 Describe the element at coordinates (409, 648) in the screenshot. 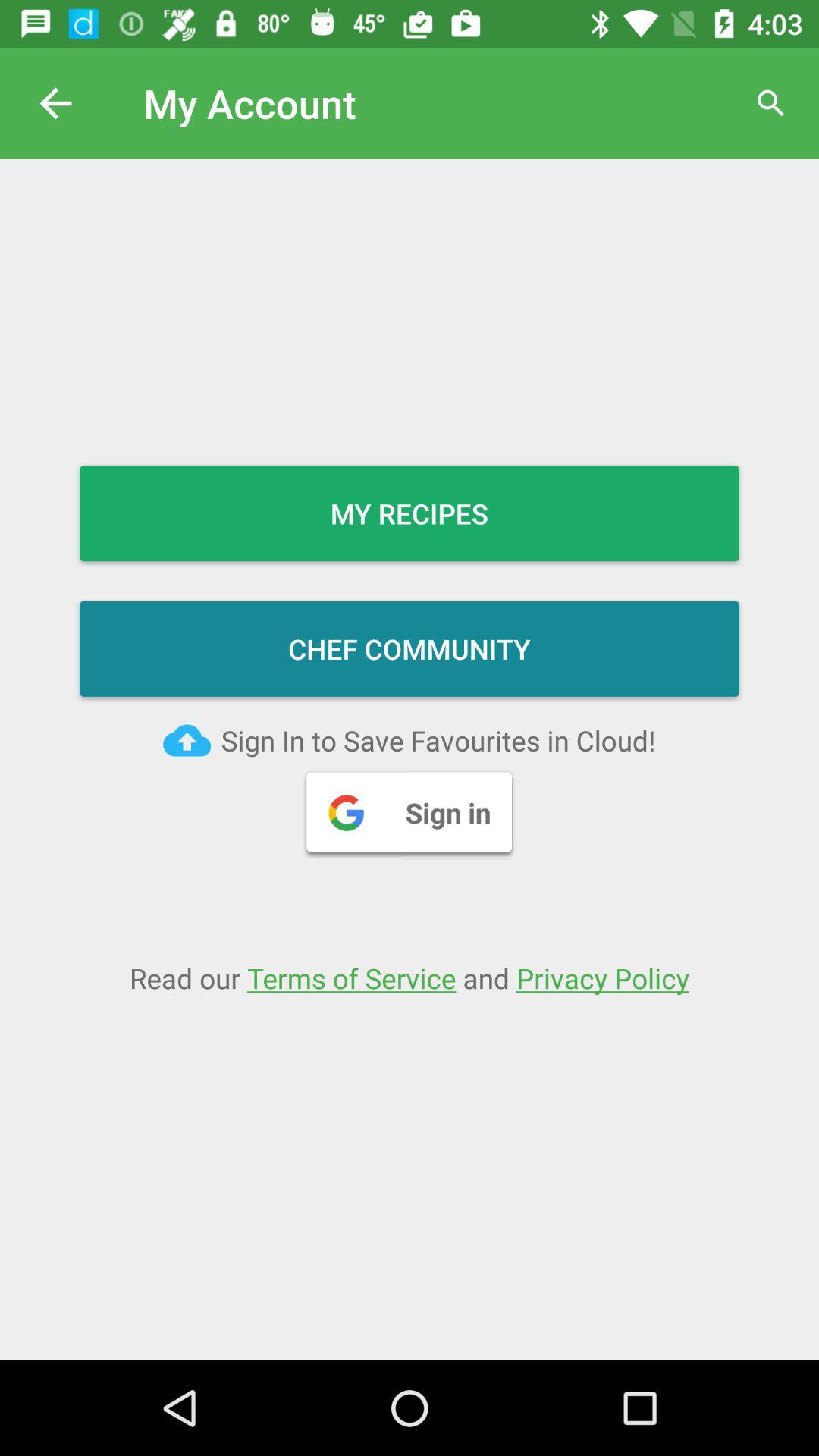

I see `chef community` at that location.